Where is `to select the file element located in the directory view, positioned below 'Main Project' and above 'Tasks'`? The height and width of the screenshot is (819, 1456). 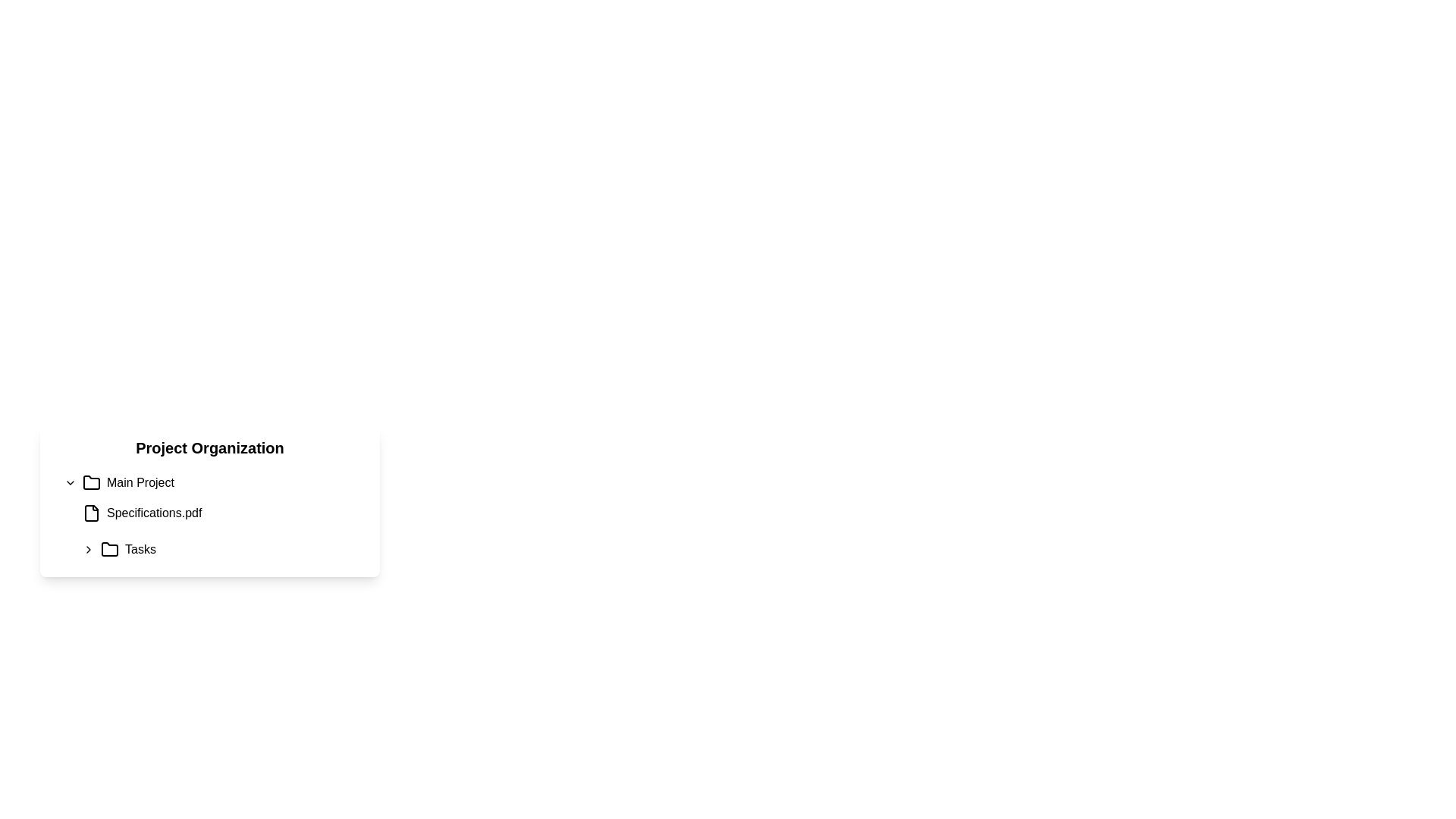
to select the file element located in the directory view, positioned below 'Main Project' and above 'Tasks' is located at coordinates (212, 516).